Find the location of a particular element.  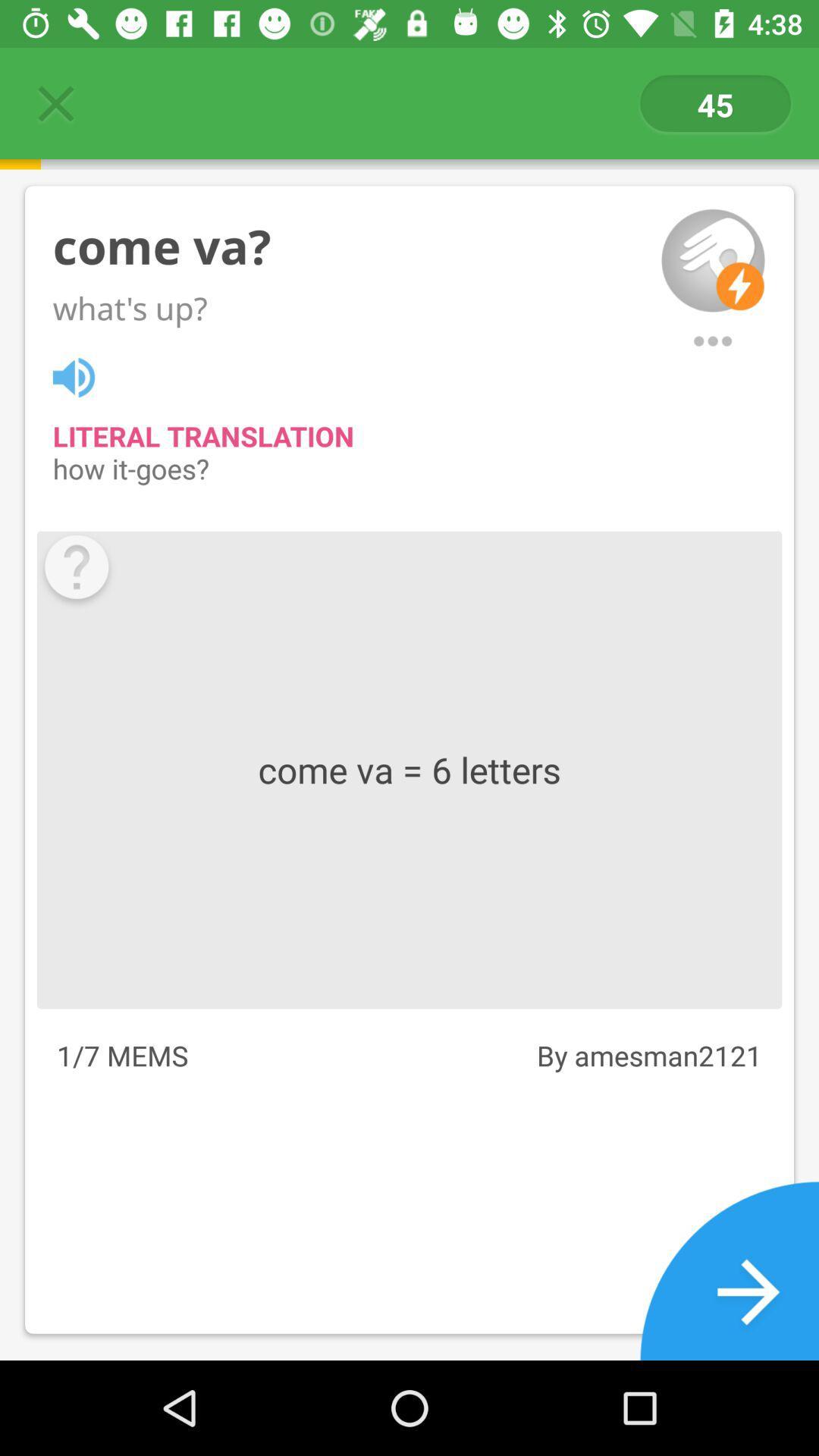

open help is located at coordinates (77, 570).